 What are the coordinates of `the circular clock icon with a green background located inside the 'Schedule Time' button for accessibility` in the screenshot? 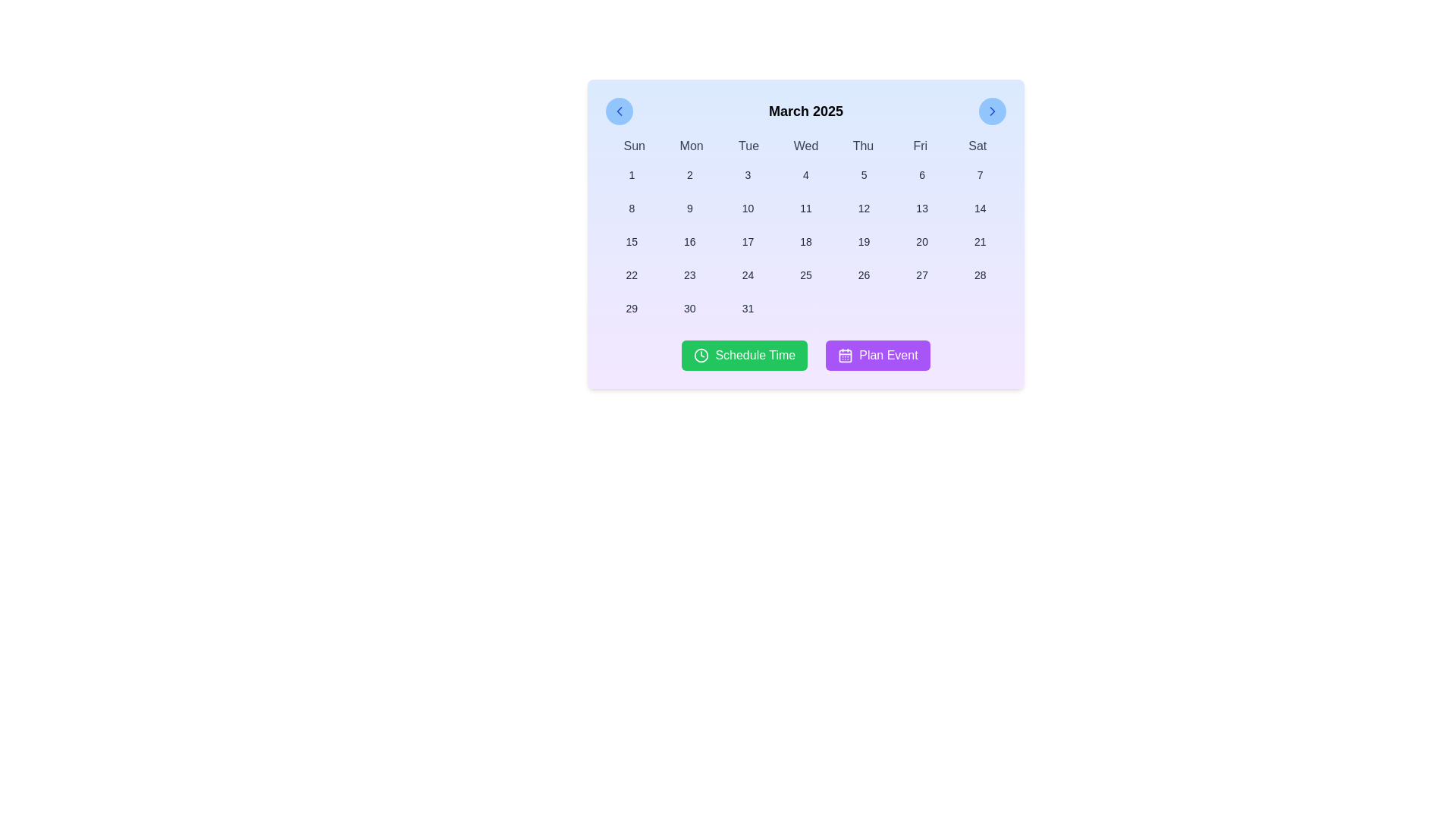 It's located at (701, 356).